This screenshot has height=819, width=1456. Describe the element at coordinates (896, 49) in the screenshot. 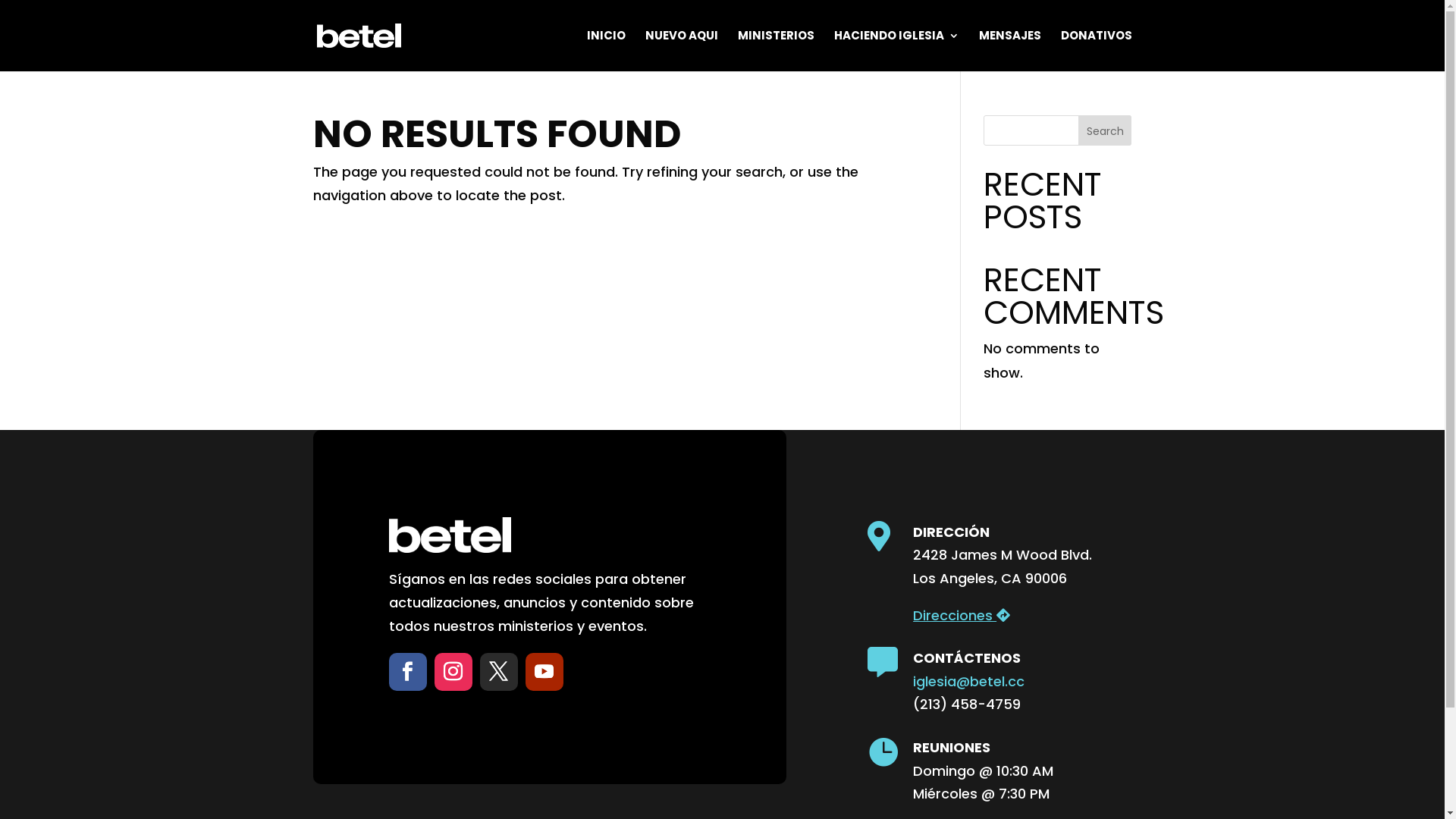

I see `'HACIENDO IGLESIA'` at that location.